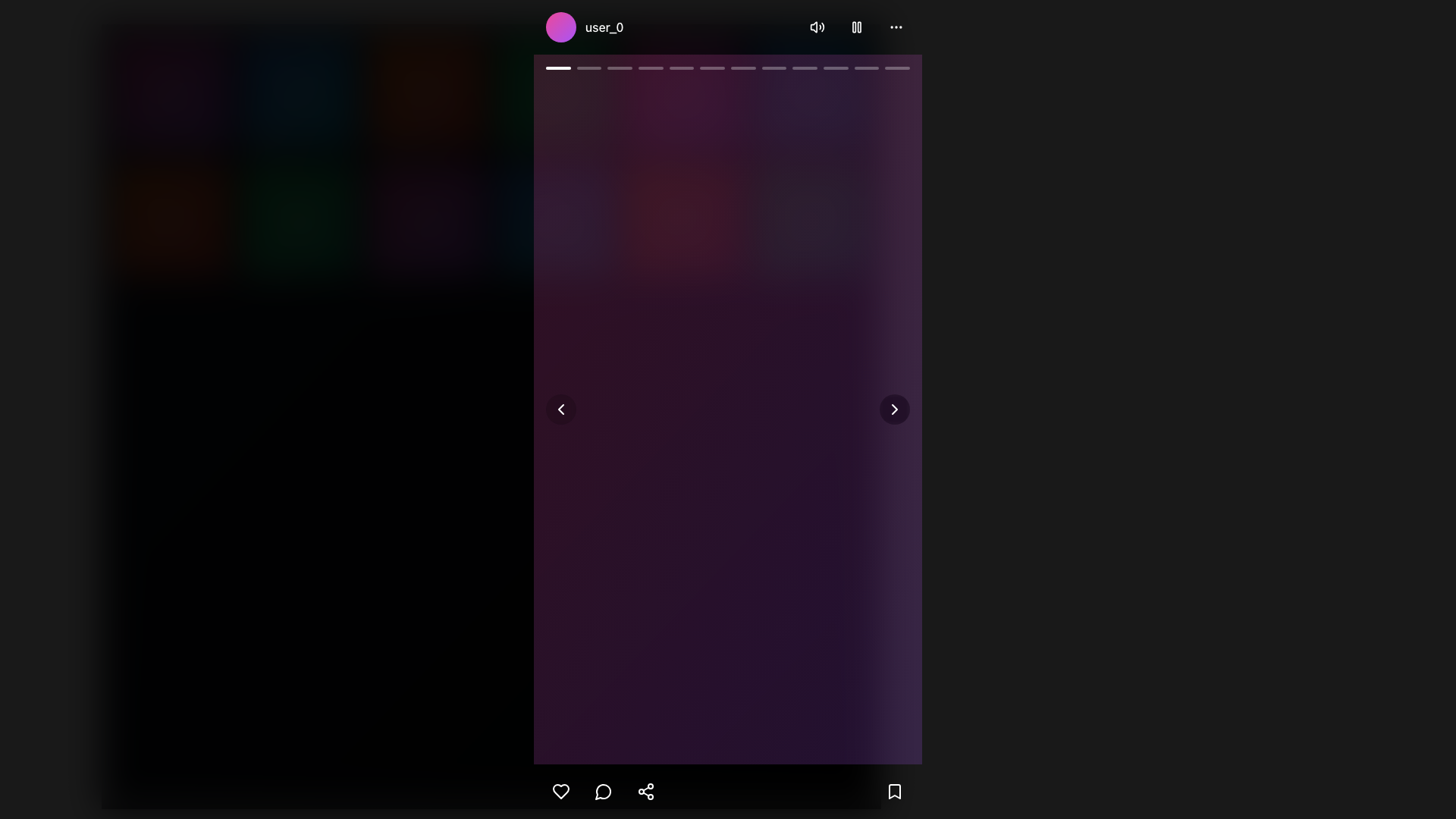  I want to click on the network node icon button with a black background, so click(645, 791).